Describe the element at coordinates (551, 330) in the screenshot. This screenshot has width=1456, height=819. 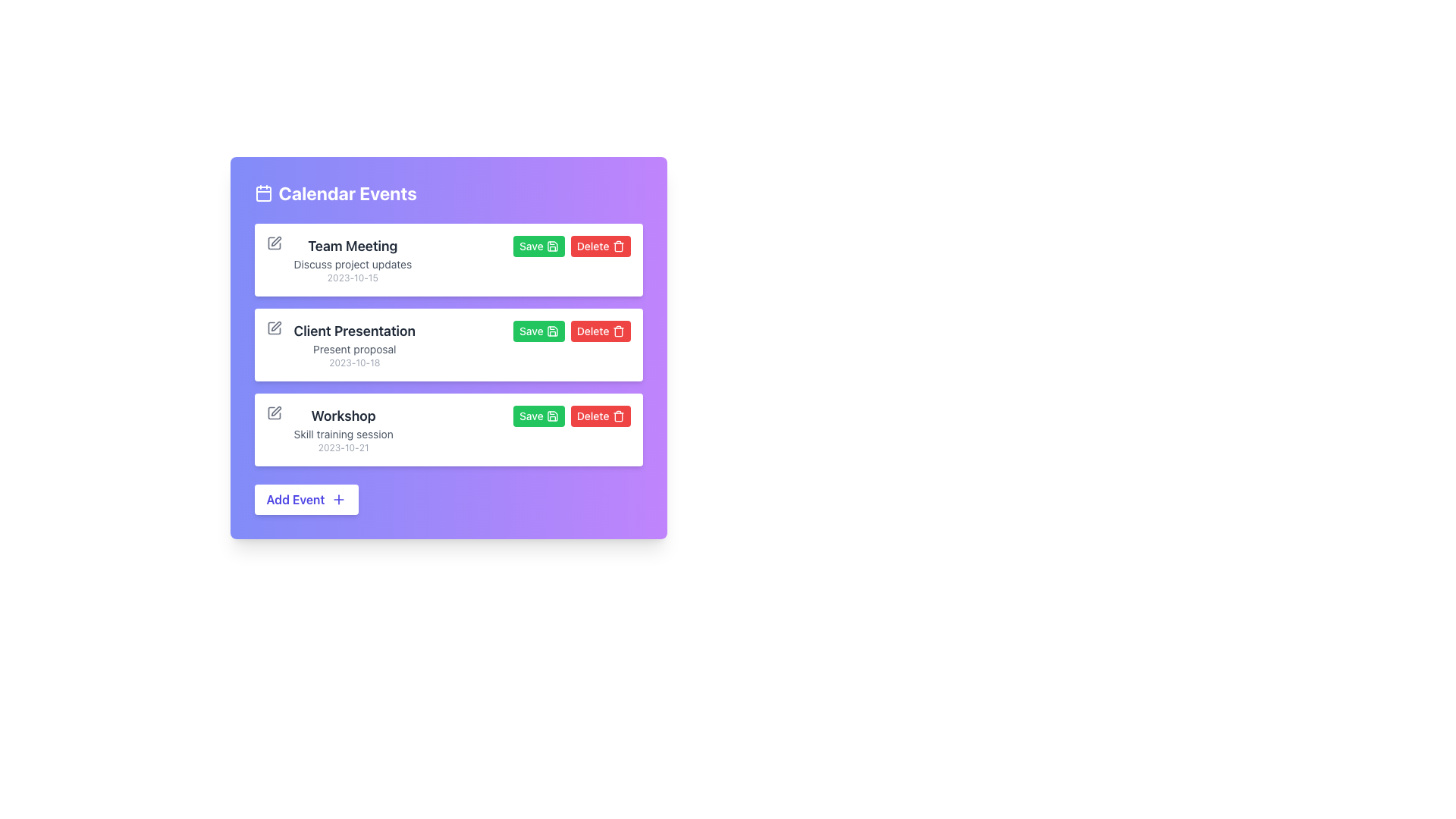
I see `the save icon located inside the green 'Save' button in the second row of the event list` at that location.